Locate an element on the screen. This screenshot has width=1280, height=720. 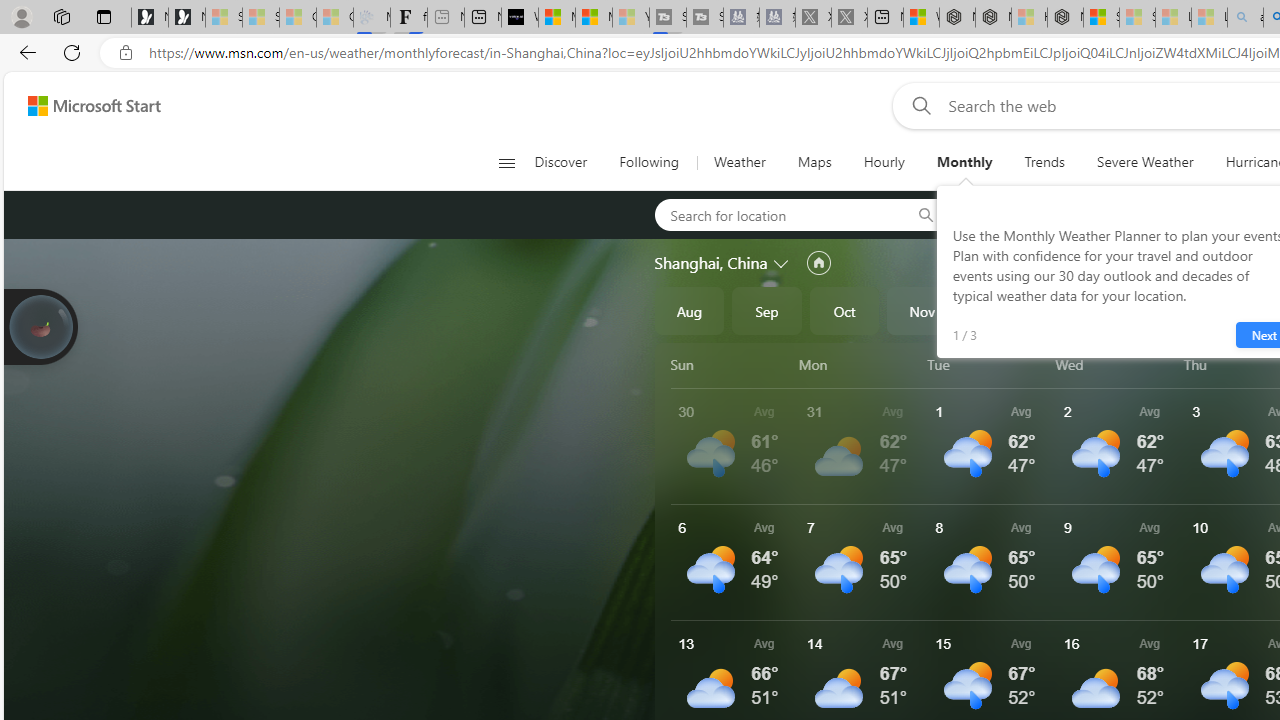
'amazon - Search - Sleeping' is located at coordinates (1244, 17).